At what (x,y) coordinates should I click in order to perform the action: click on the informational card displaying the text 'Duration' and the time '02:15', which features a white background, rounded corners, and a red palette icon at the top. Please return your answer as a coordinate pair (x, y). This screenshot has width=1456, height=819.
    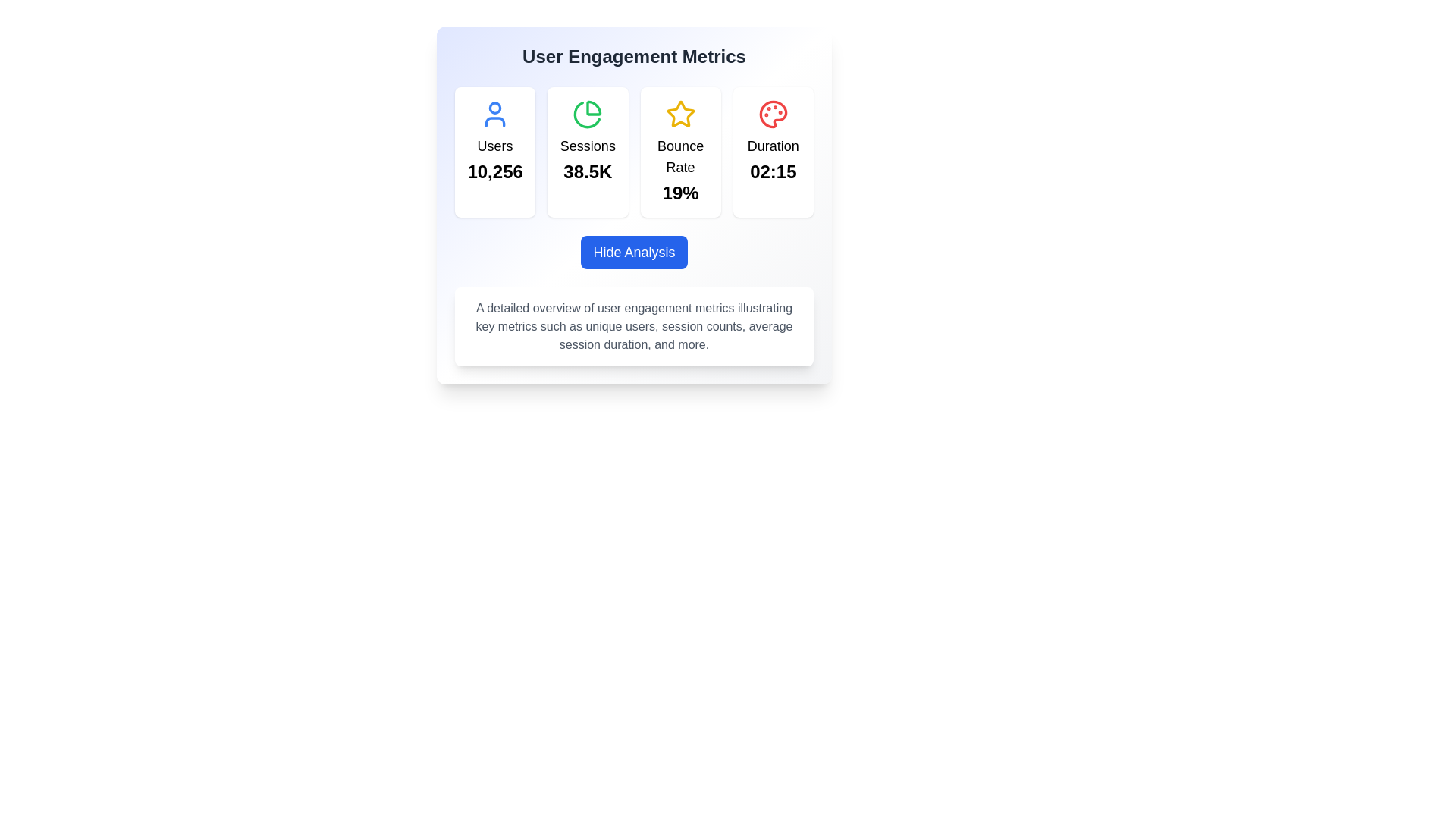
    Looking at the image, I should click on (773, 152).